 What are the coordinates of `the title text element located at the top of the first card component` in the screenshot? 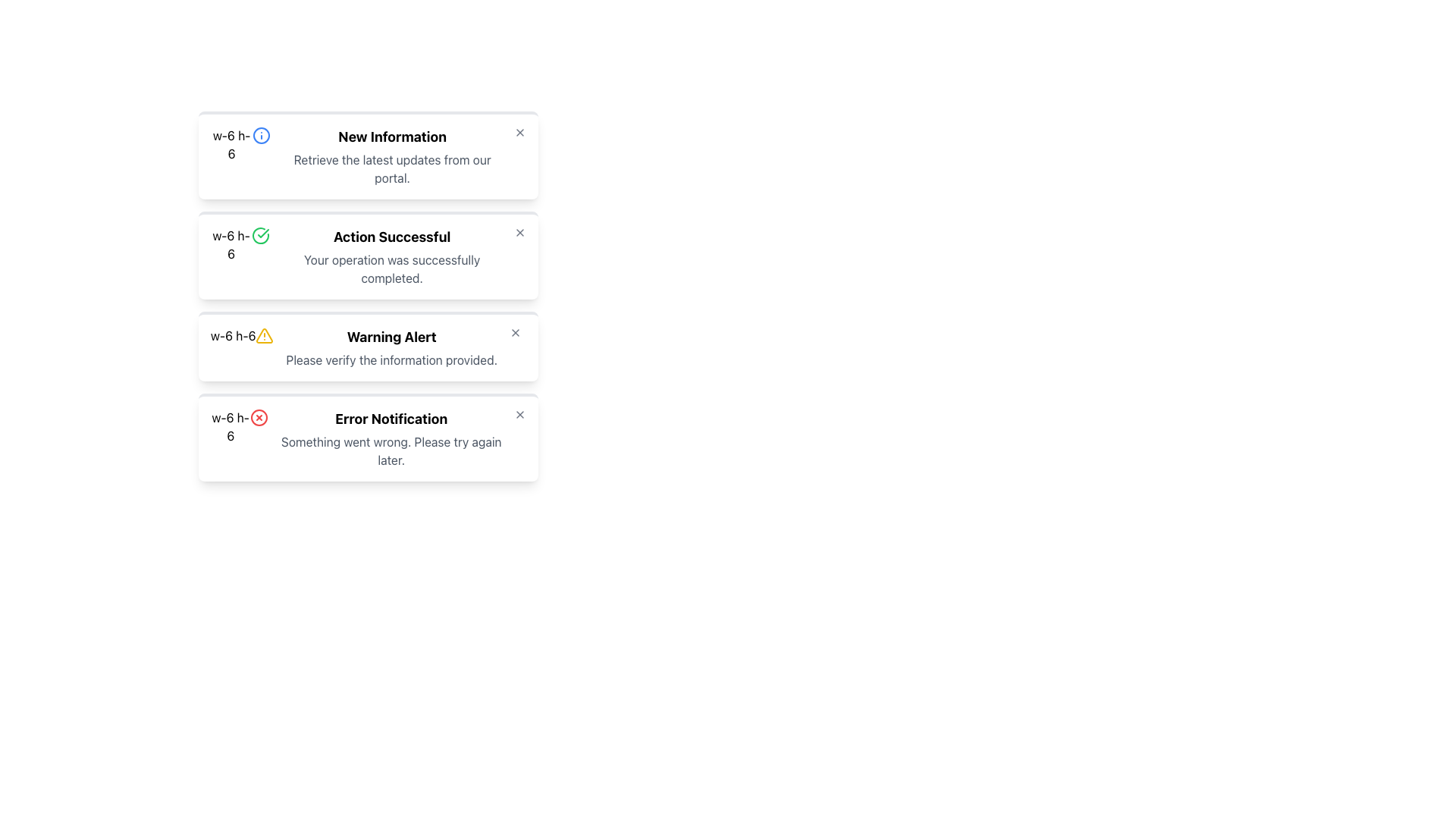 It's located at (392, 137).